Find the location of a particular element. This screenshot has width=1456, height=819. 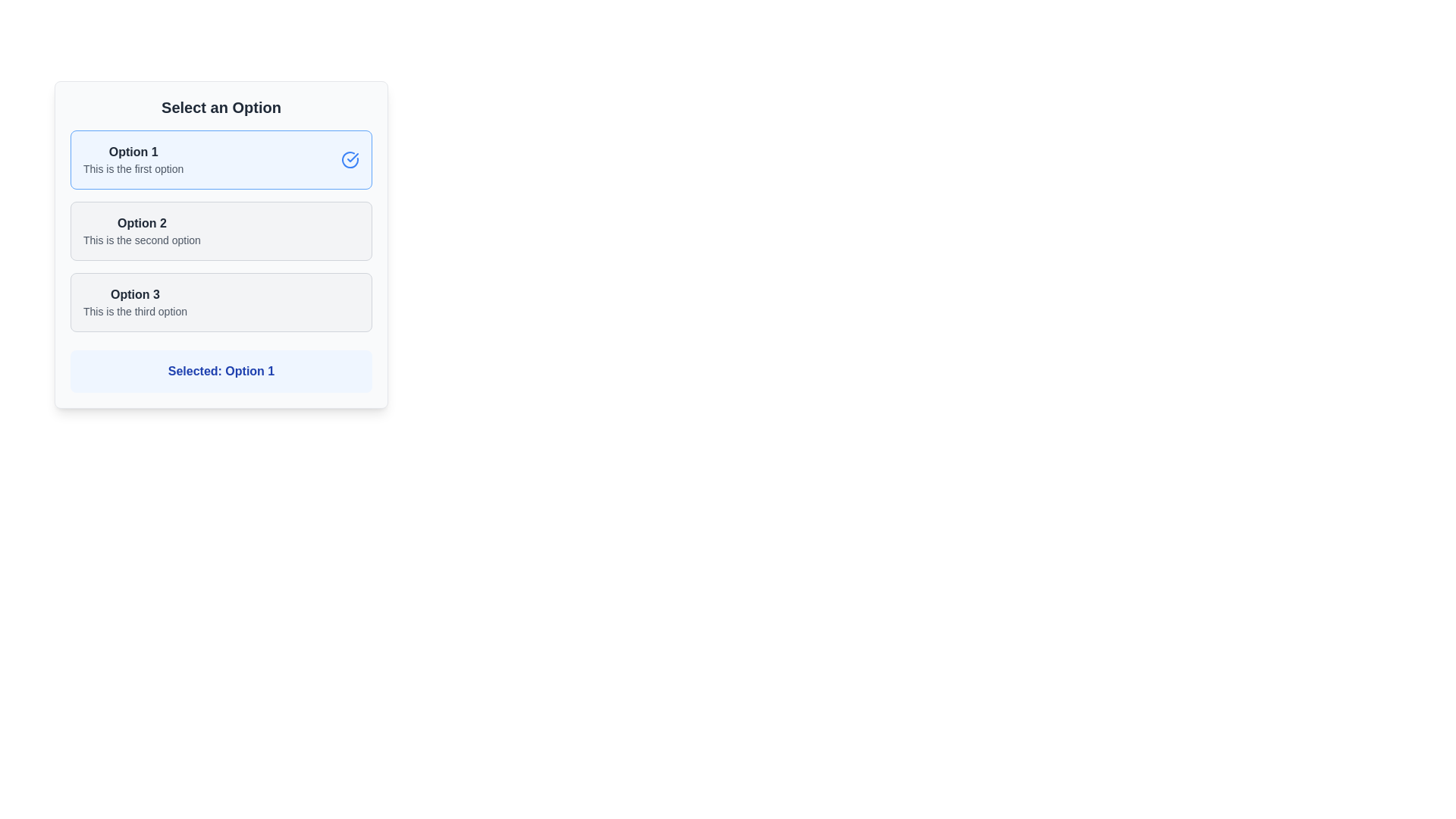

text label that serves as the title for the second selectable option, located at the center of the interface, above a descriptive text that reads 'This is the second option.' is located at coordinates (142, 223).